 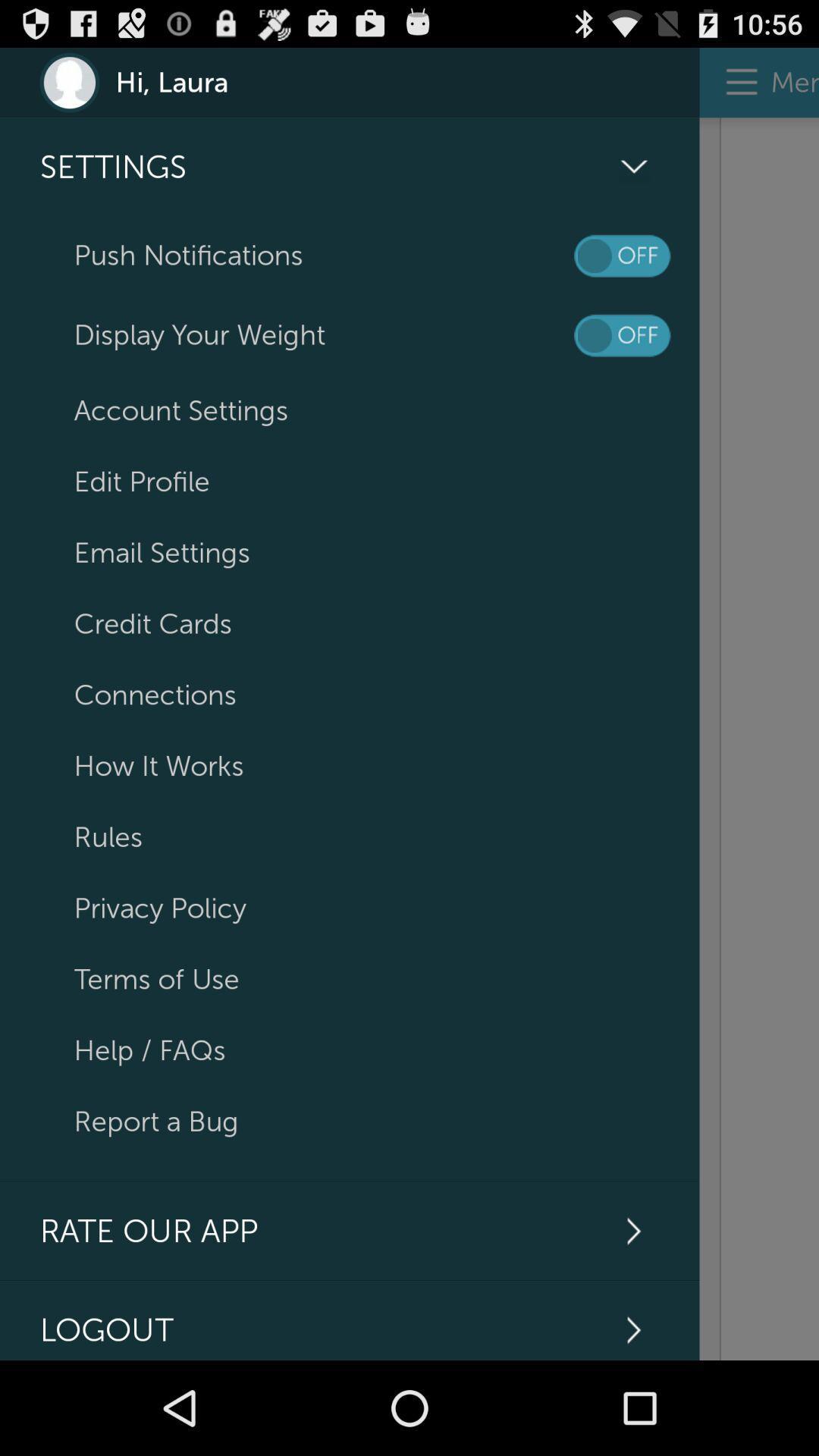 I want to click on turn on/off weight display, so click(x=622, y=334).